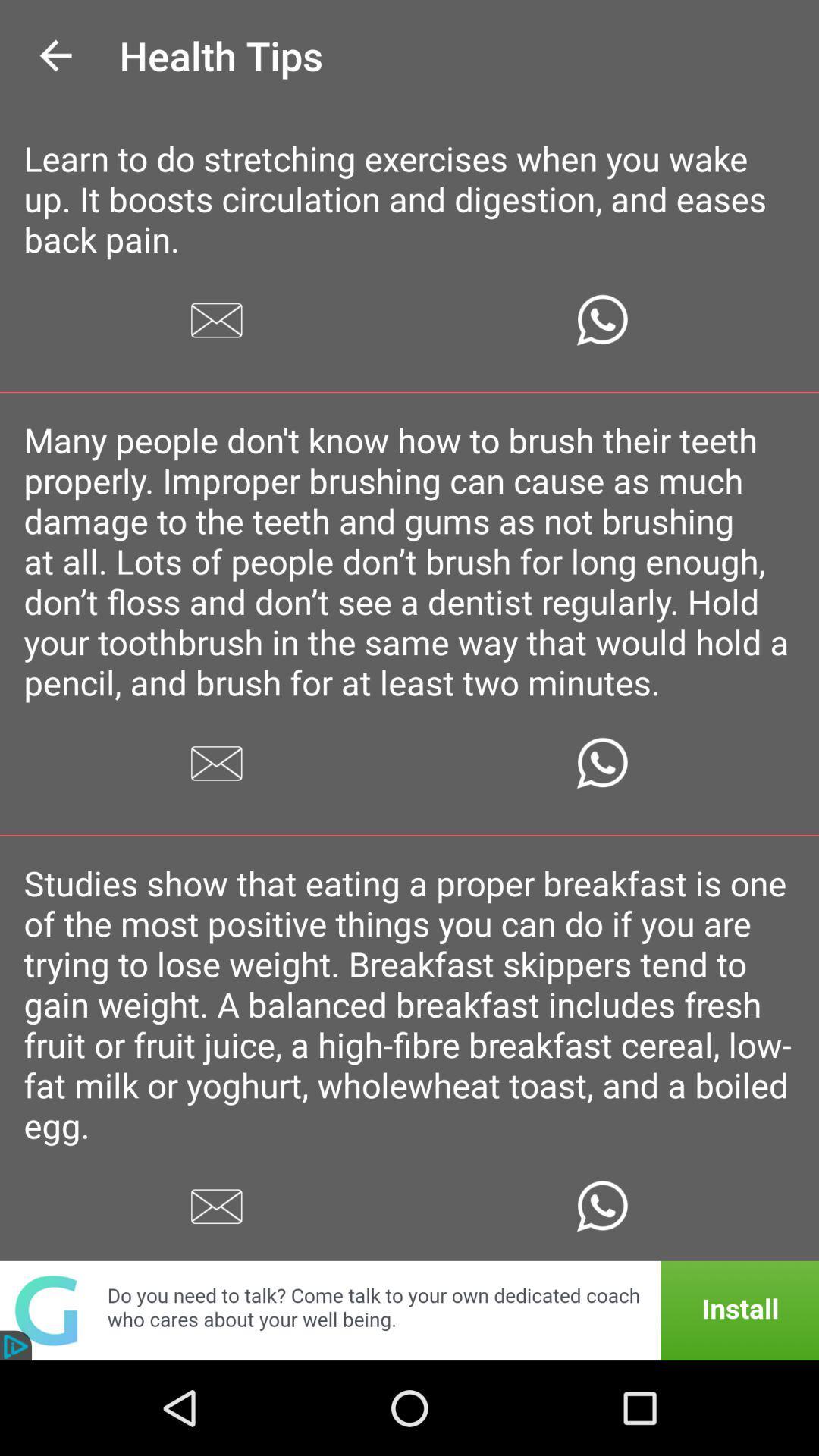  Describe the element at coordinates (55, 55) in the screenshot. I see `the item above learn to do` at that location.